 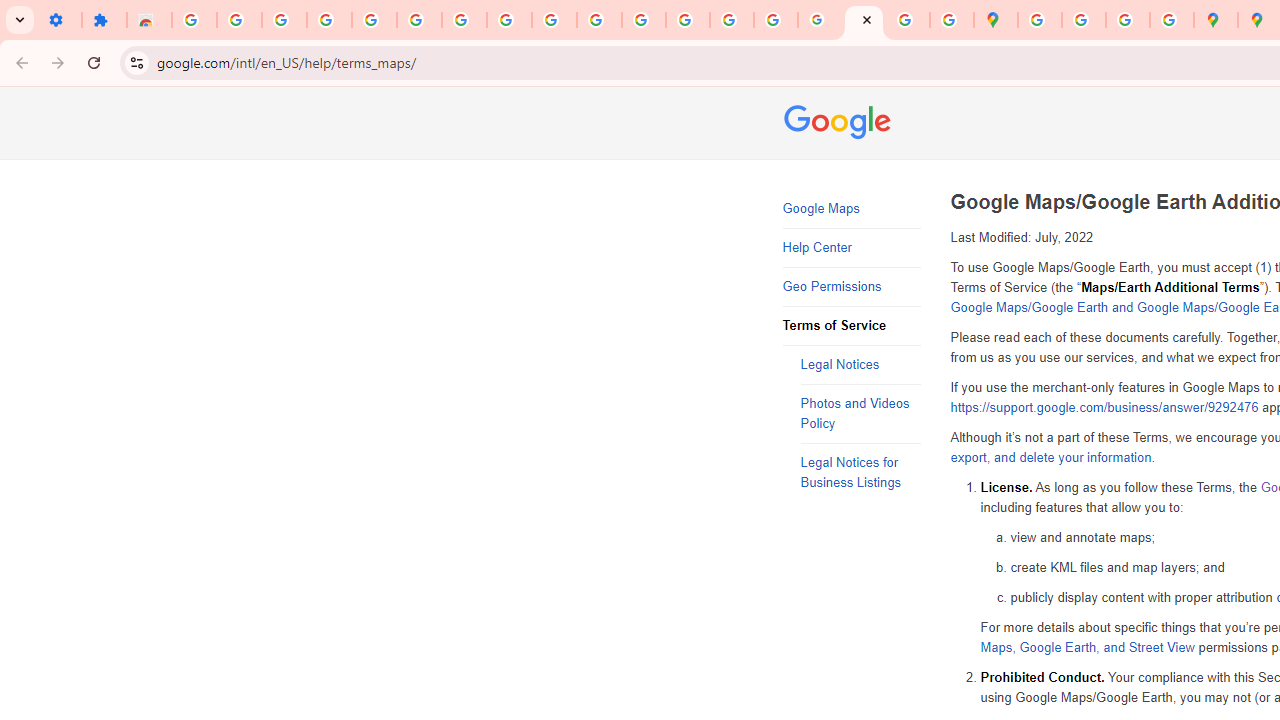 What do you see at coordinates (851, 209) in the screenshot?
I see `'Google Maps'` at bounding box center [851, 209].